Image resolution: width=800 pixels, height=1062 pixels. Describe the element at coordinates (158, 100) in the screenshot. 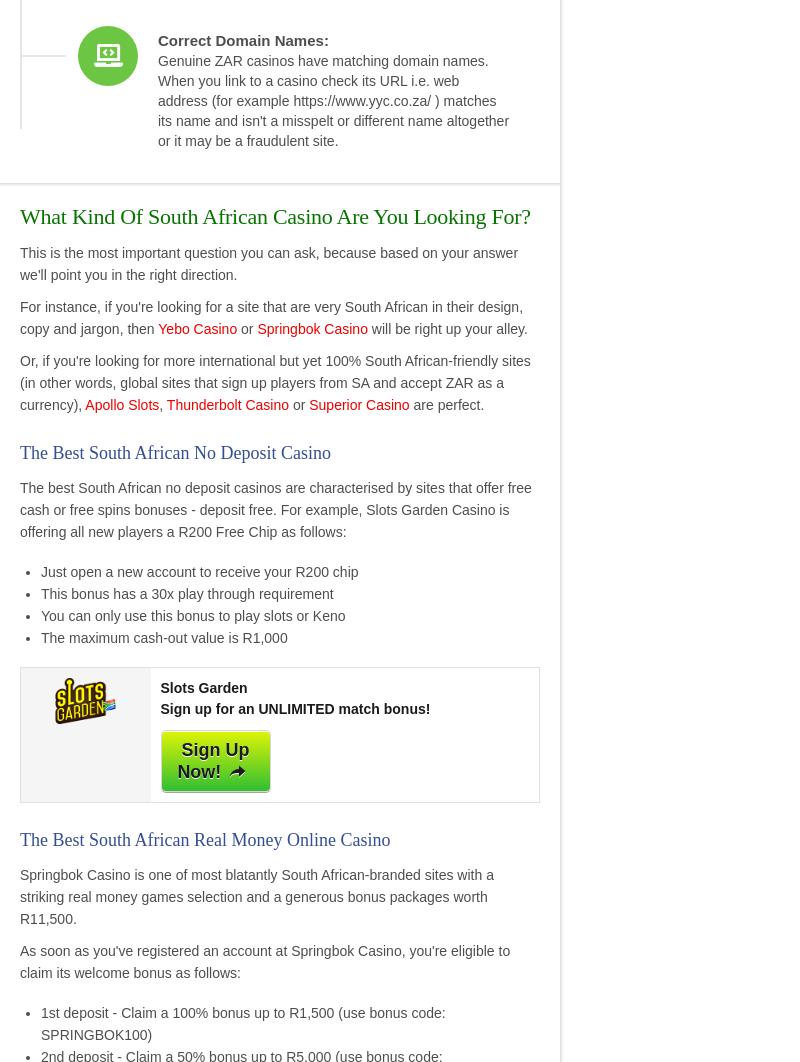

I see `'Genuine ZAR casinos have matching domain names. When you link to a casino check its URL i.e. web address (for example https://www.yyc.co.za/ ) matches its name and isn't a misspelt or different name altogether or it may be a fraudulent site.'` at that location.